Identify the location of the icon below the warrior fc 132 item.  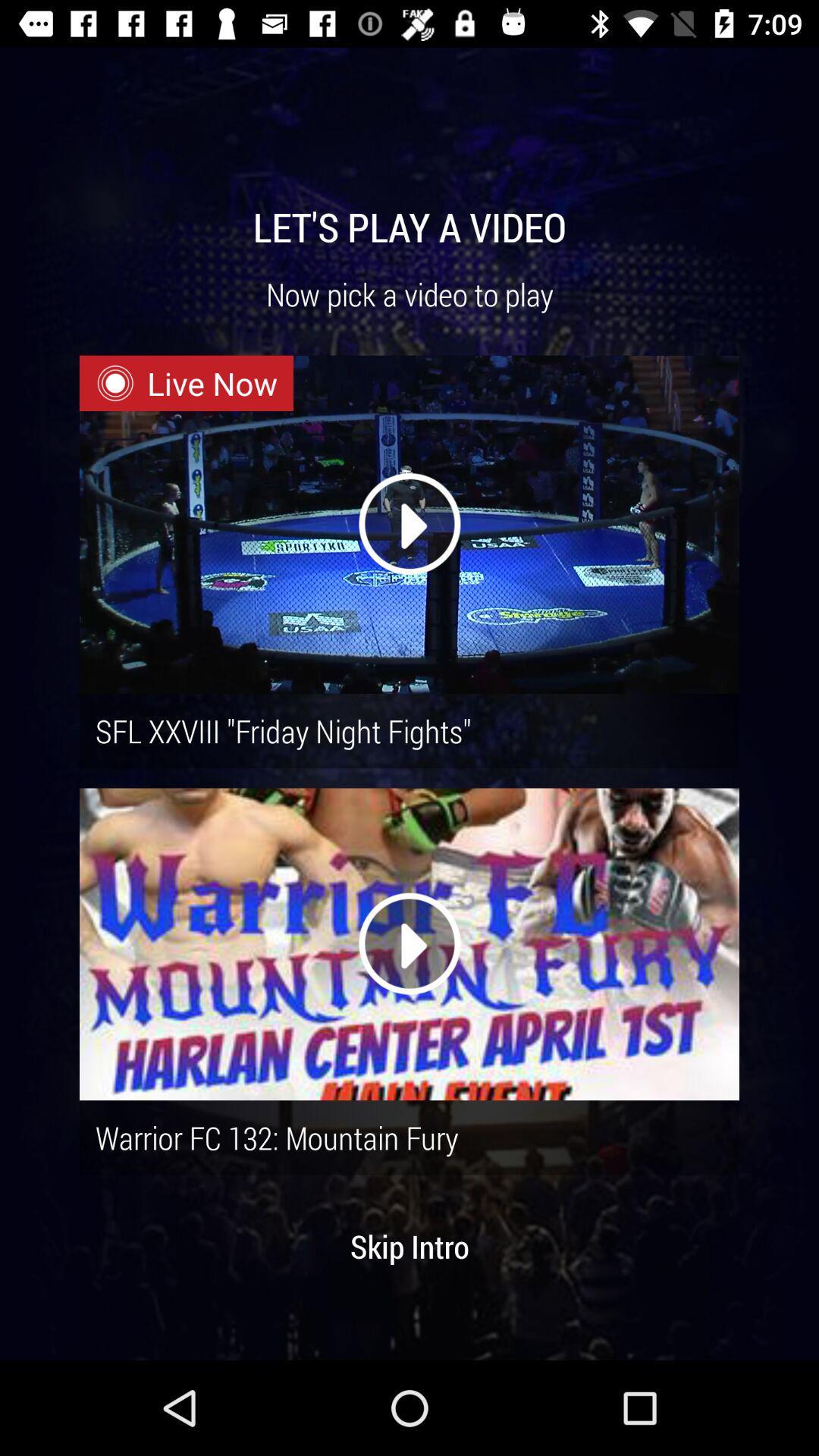
(409, 1246).